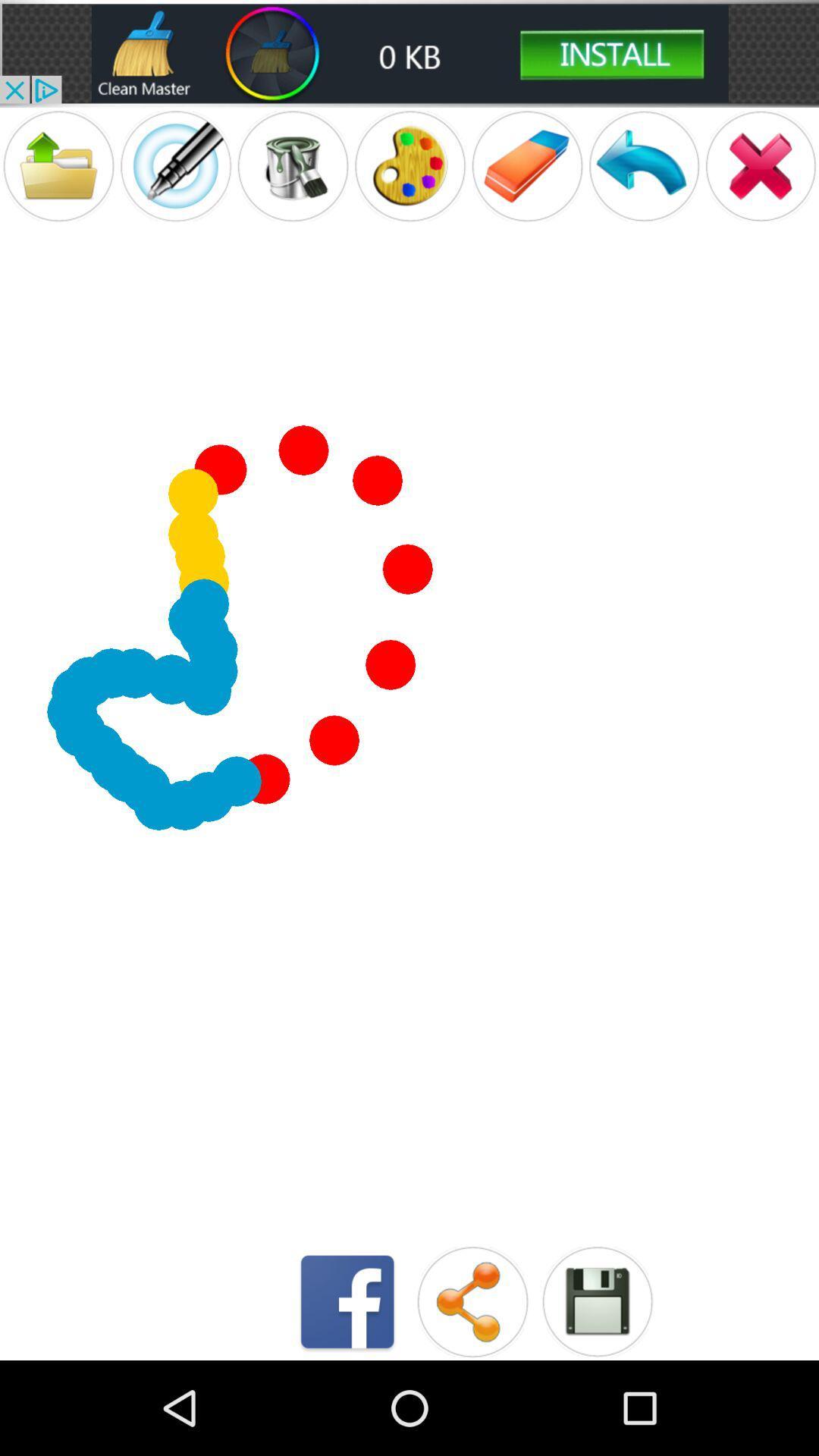  I want to click on the edit icon, so click(174, 177).